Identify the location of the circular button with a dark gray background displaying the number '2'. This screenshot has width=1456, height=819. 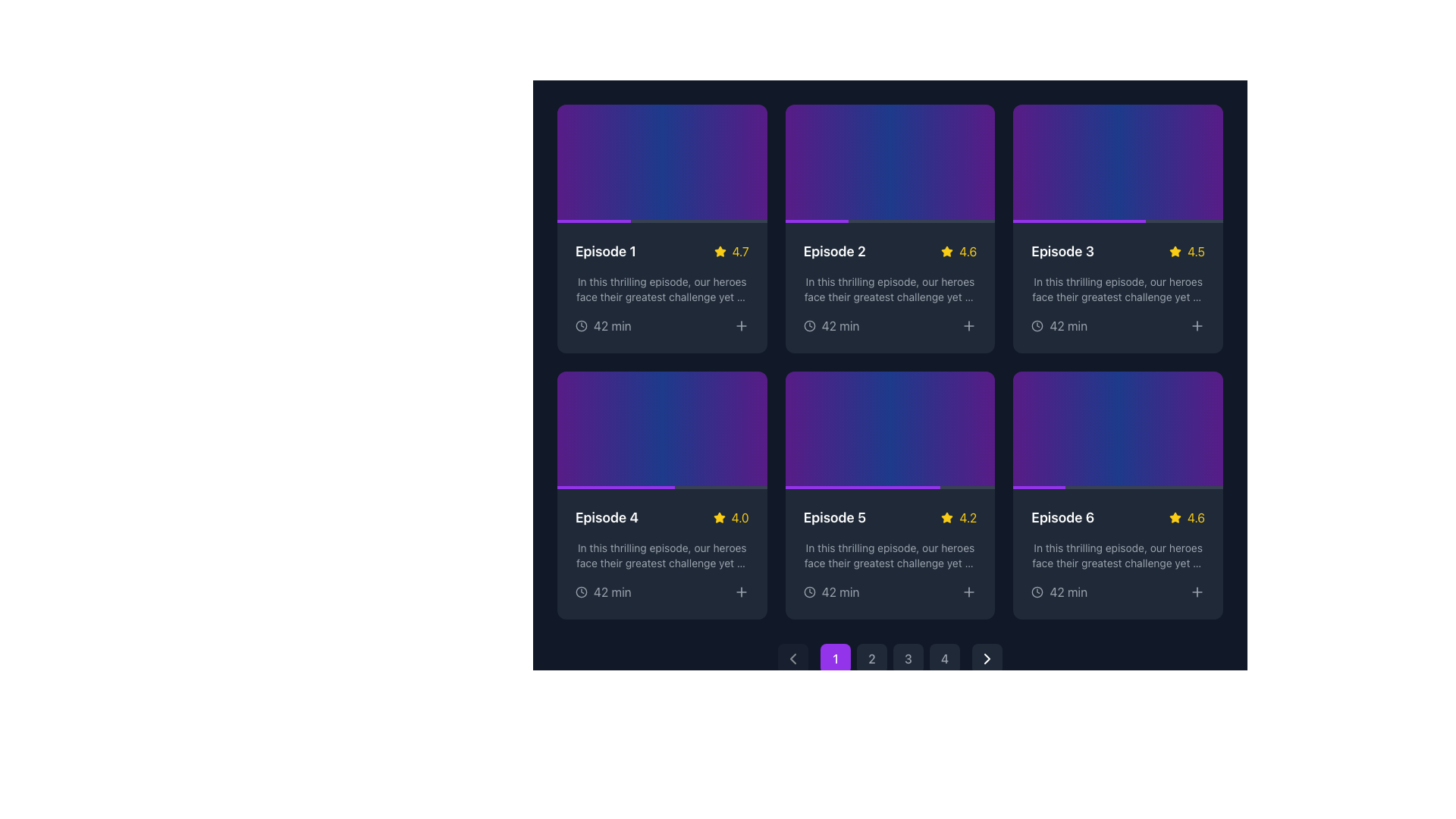
(872, 657).